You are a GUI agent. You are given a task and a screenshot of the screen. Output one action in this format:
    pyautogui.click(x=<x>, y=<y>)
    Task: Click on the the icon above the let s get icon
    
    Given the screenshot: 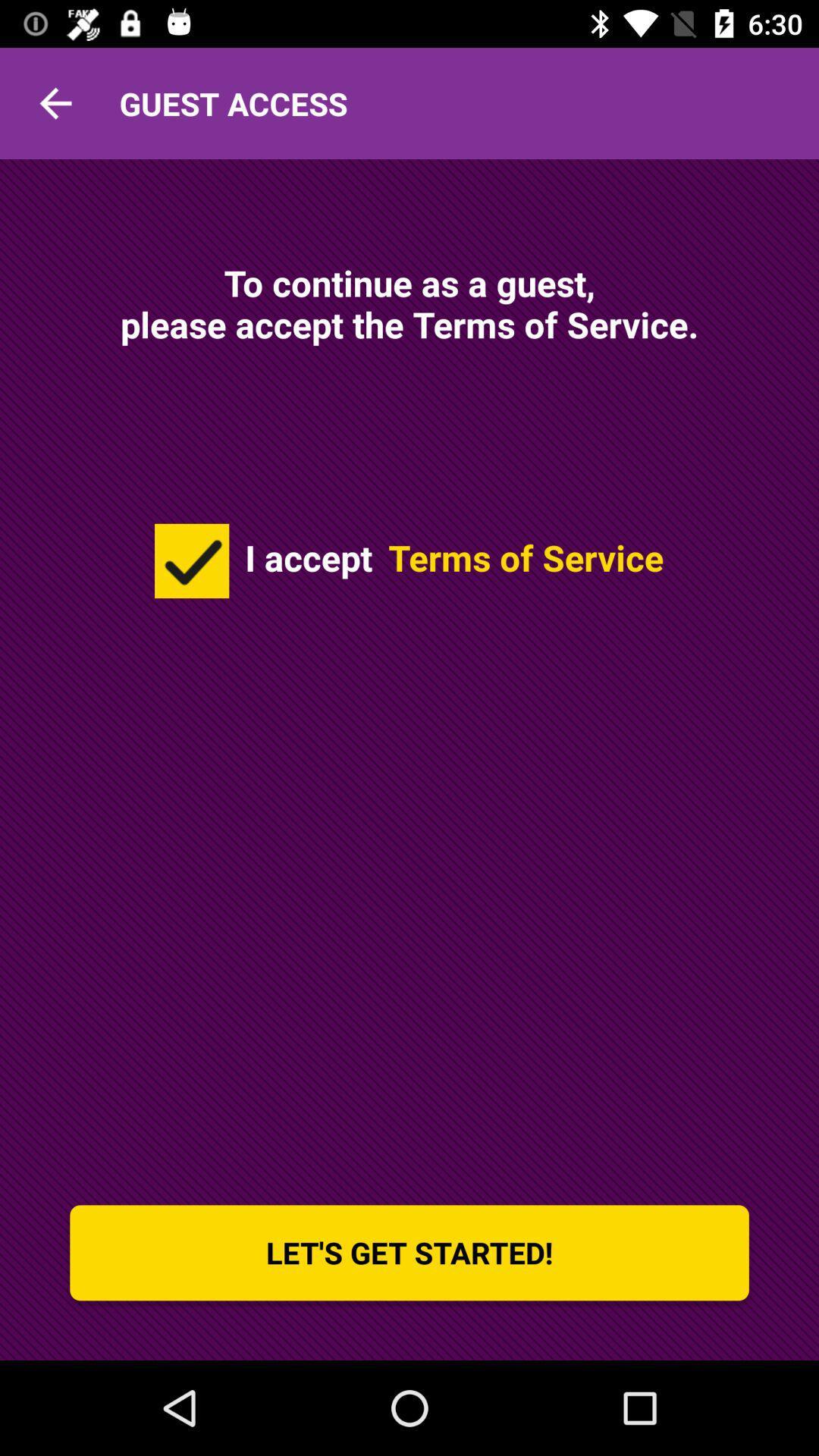 What is the action you would take?
    pyautogui.click(x=191, y=560)
    